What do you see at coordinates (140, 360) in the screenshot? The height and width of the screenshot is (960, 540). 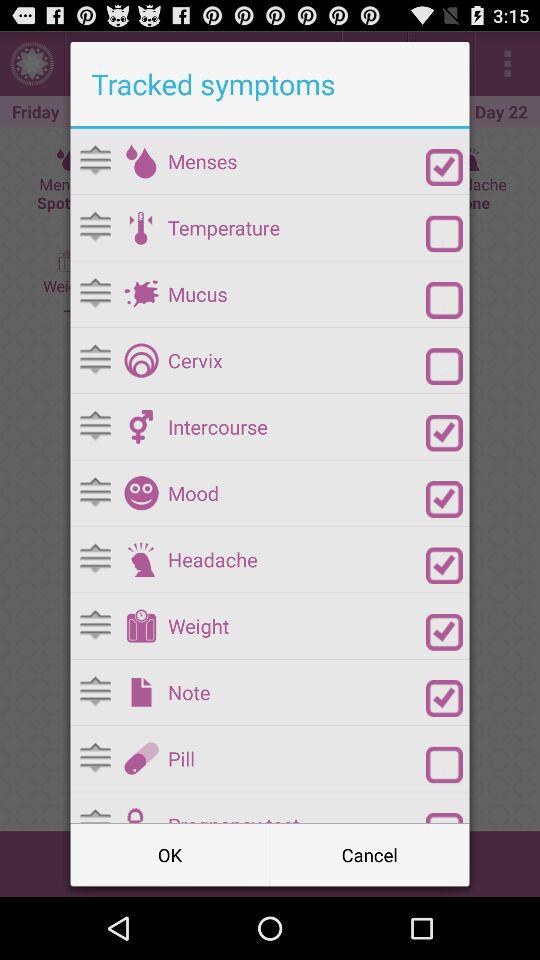 I see `cervix tracked symbol` at bounding box center [140, 360].